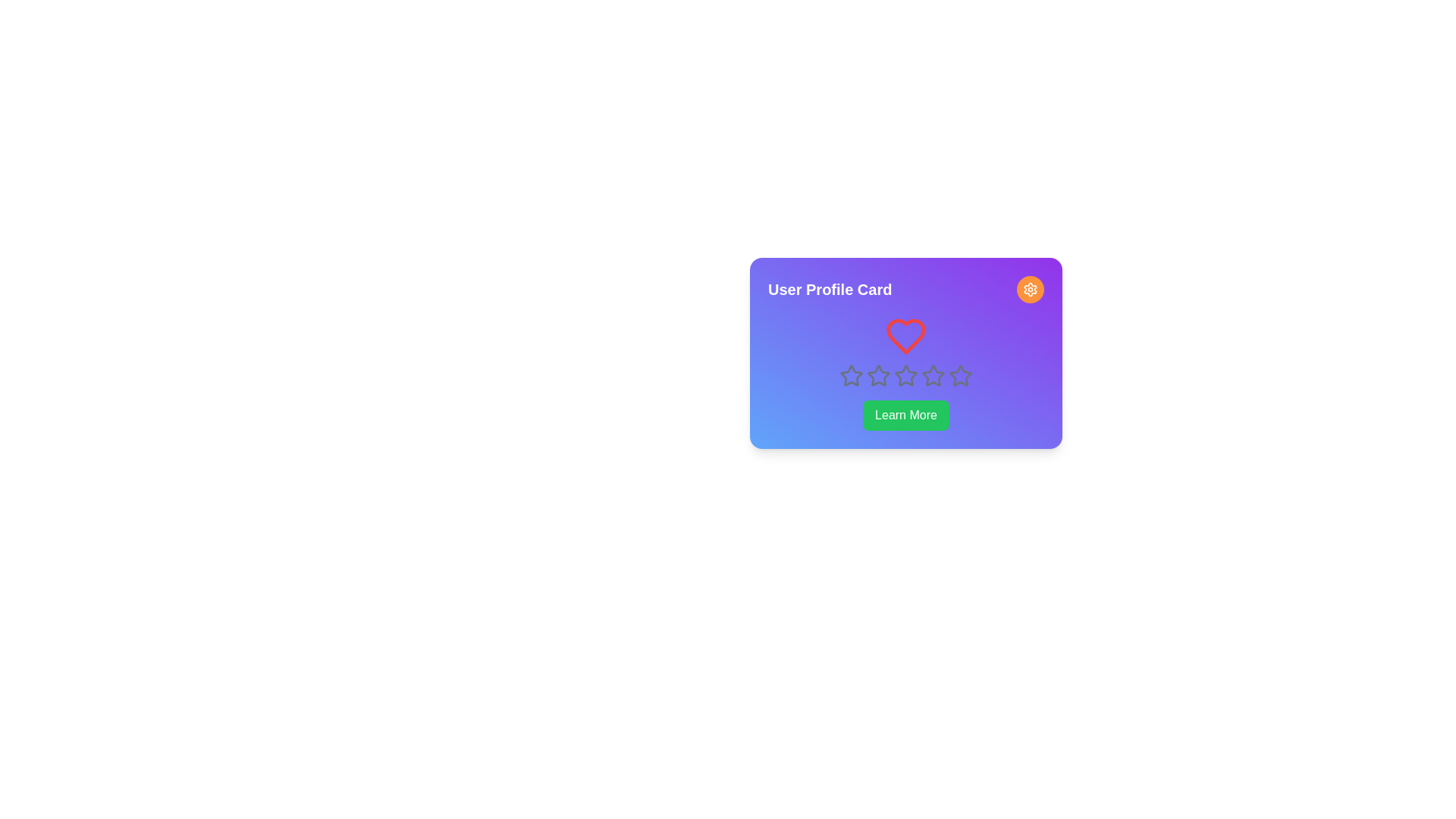 This screenshot has height=819, width=1456. I want to click on the red heart-shaped icon located, so click(906, 335).